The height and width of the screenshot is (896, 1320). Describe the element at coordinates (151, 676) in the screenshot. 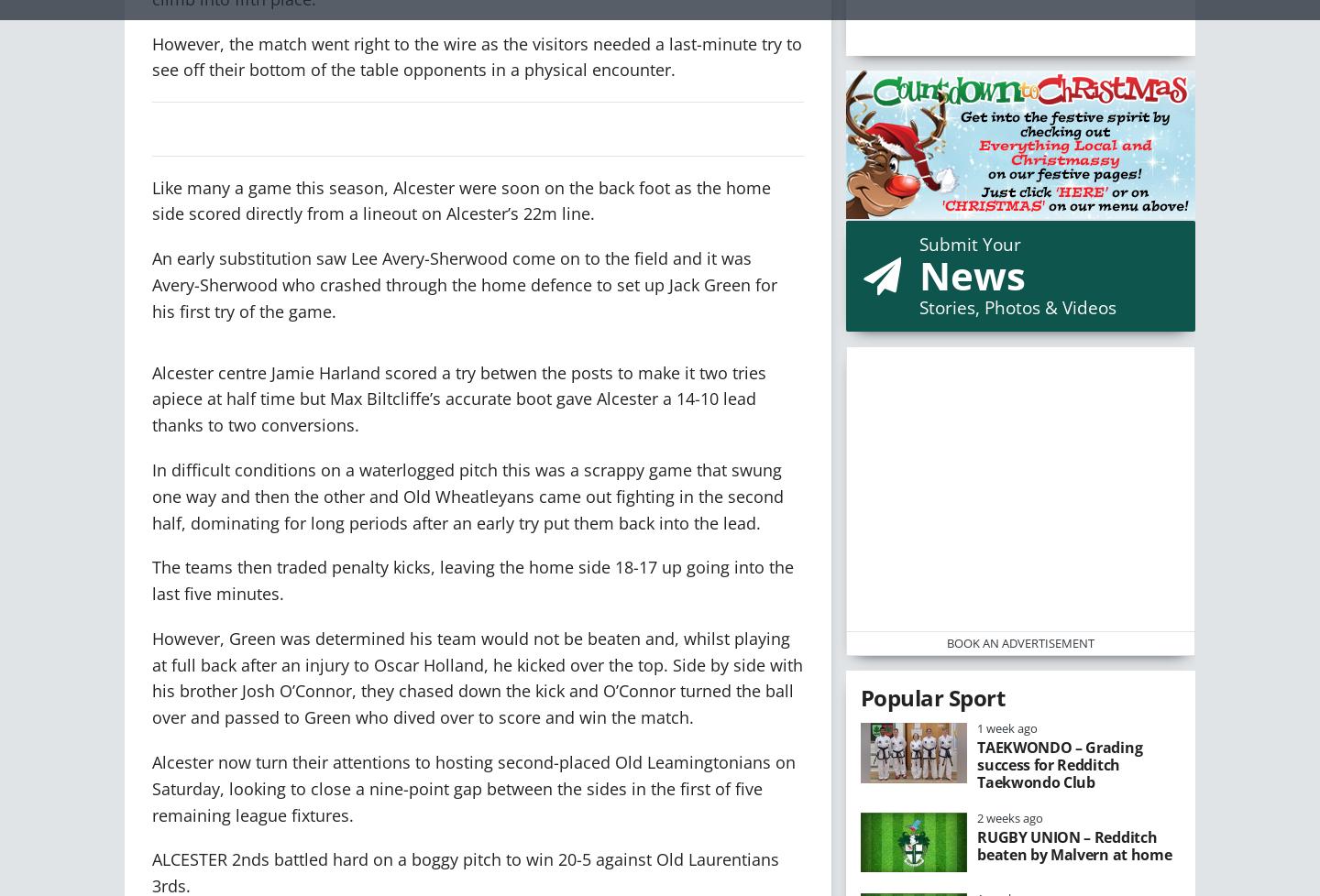

I see `'However, Green was determined his team would not be beaten and, whilst playing at full back after an injury to Oscar Holland, he kicked over the top. Side by side with his brother Josh O’Connor, they chased down the kick and O’Connor turned the ball over and passed to Green who dived over to score and win the match.'` at that location.